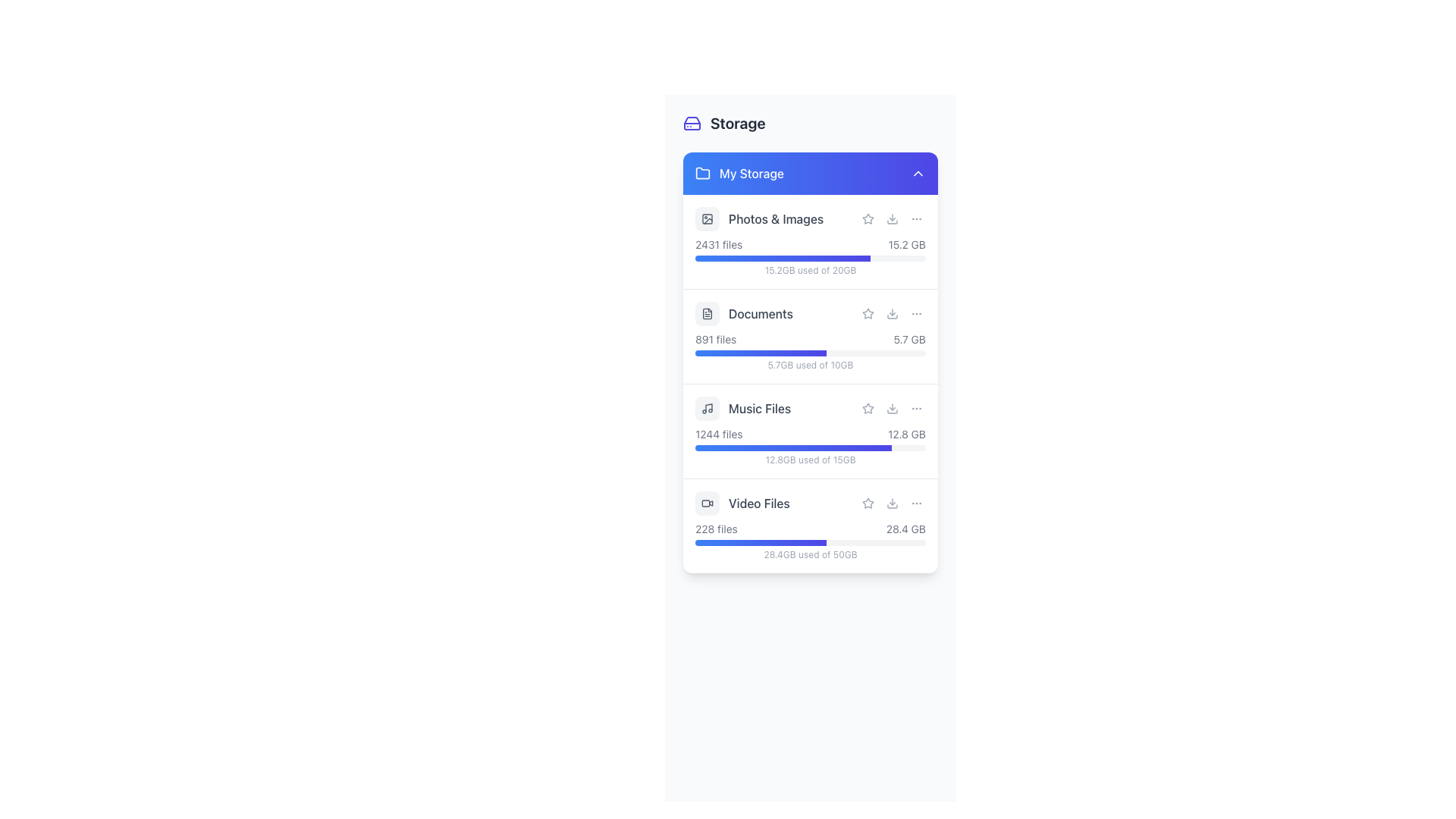  I want to click on the 'Documents' label with the accompanying icon, so click(744, 312).